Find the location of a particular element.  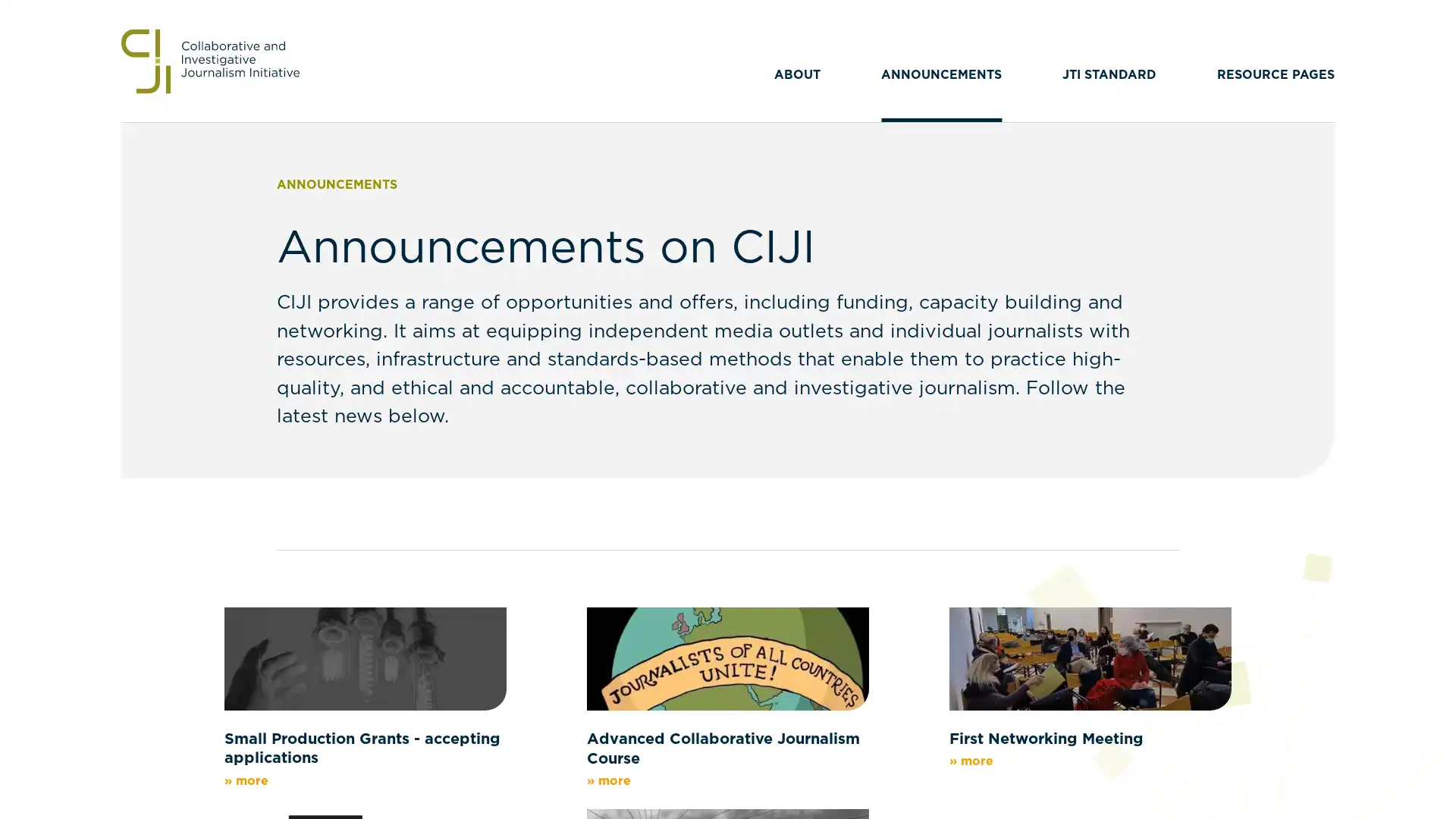

Deny is located at coordinates (726, 514).